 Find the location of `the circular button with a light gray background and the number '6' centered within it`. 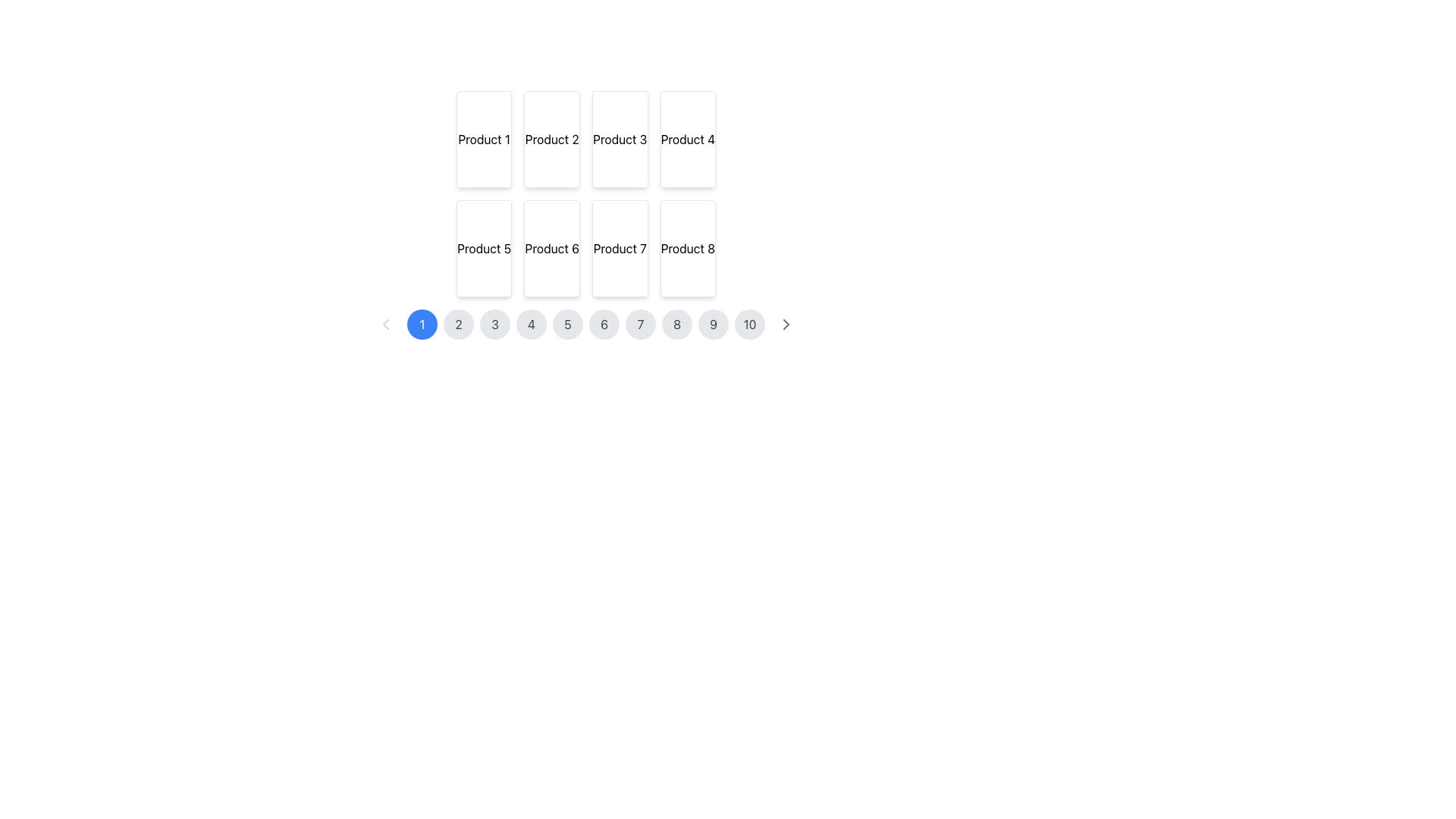

the circular button with a light gray background and the number '6' centered within it is located at coordinates (603, 324).